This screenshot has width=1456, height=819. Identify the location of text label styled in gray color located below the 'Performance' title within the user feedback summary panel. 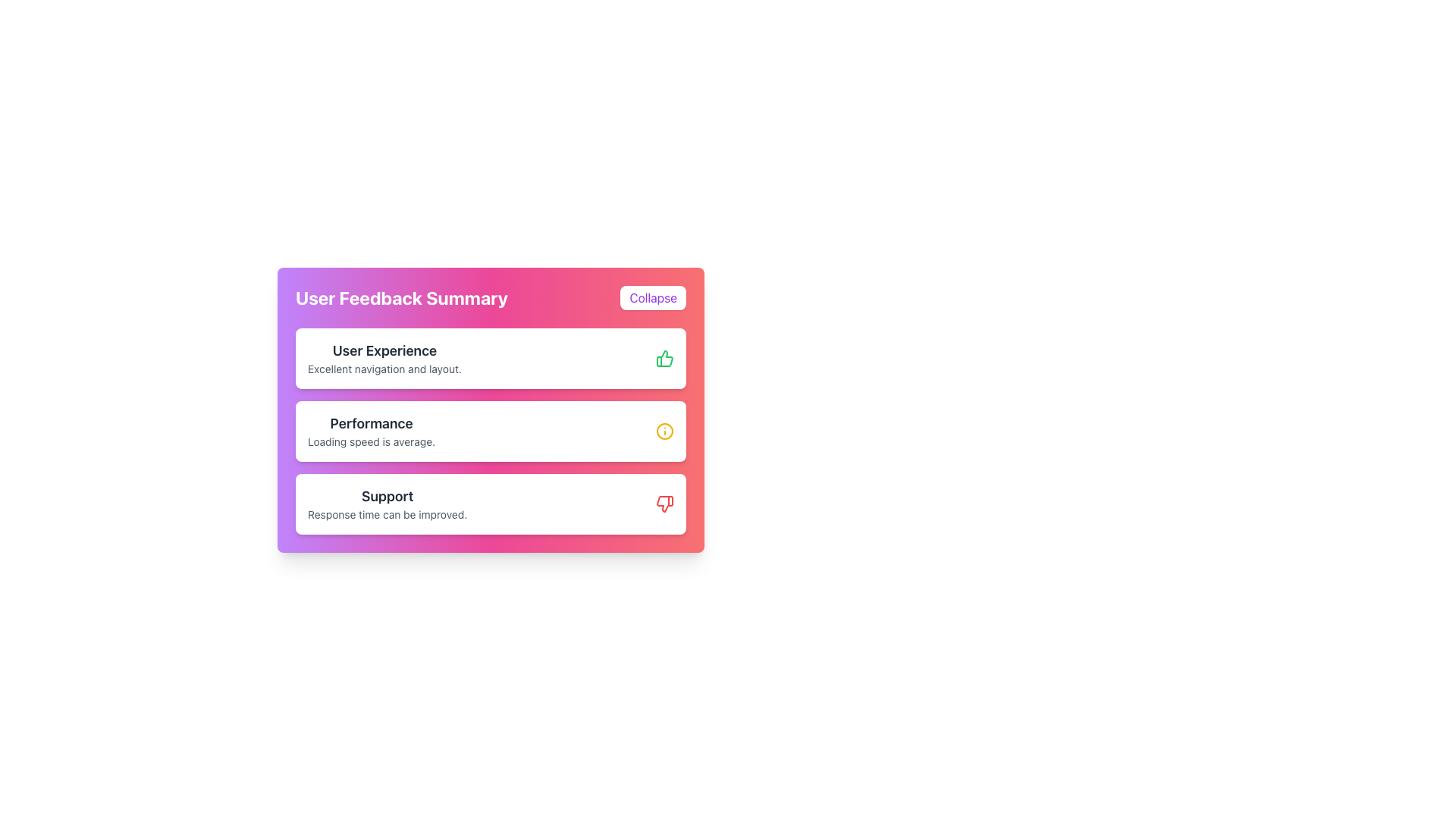
(372, 441).